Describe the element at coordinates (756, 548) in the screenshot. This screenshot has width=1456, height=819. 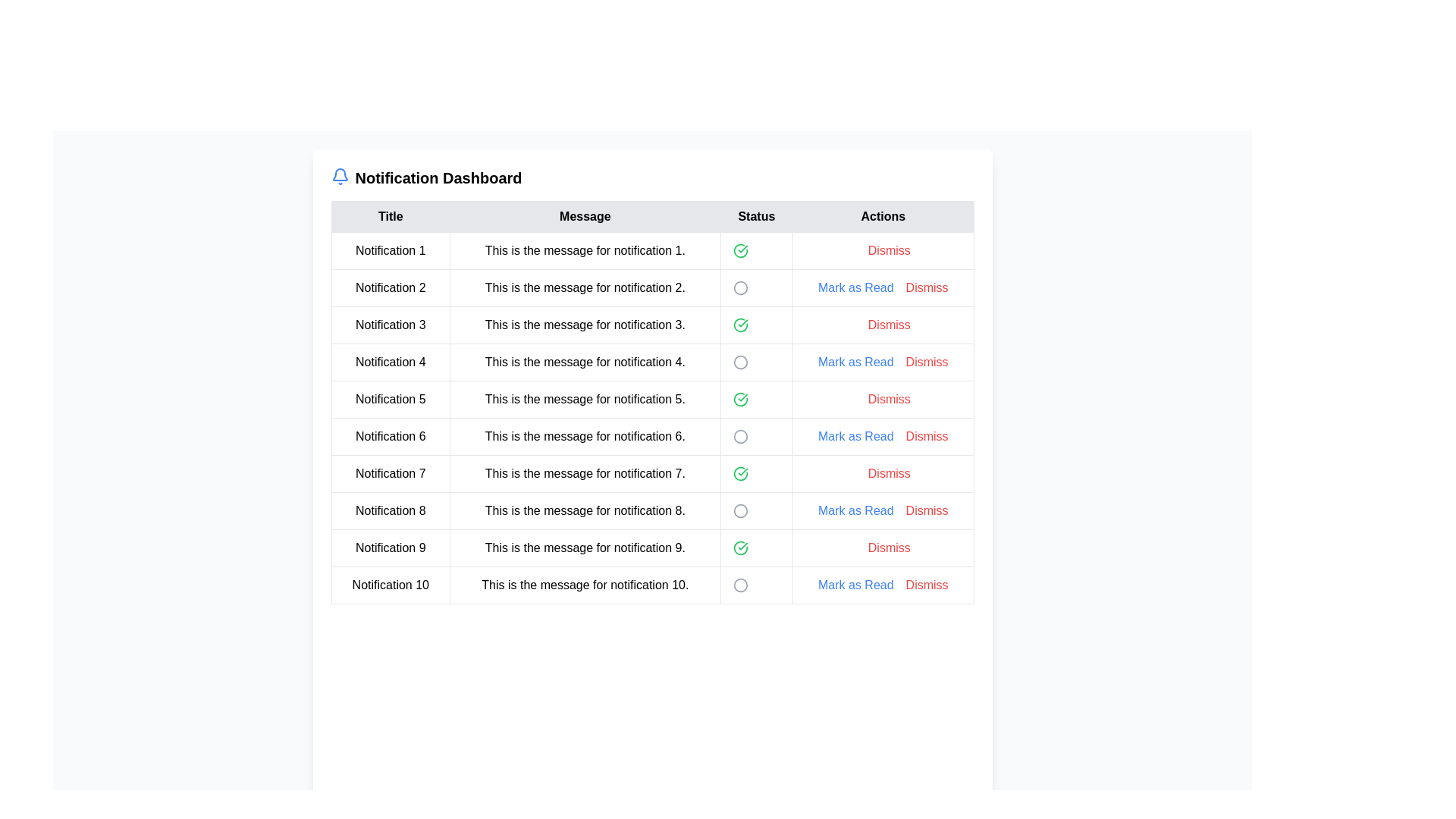
I see `the status indicator for 'Notification 9', which shows a completed state with a green checkmark icon, located in the 'Status' column` at that location.